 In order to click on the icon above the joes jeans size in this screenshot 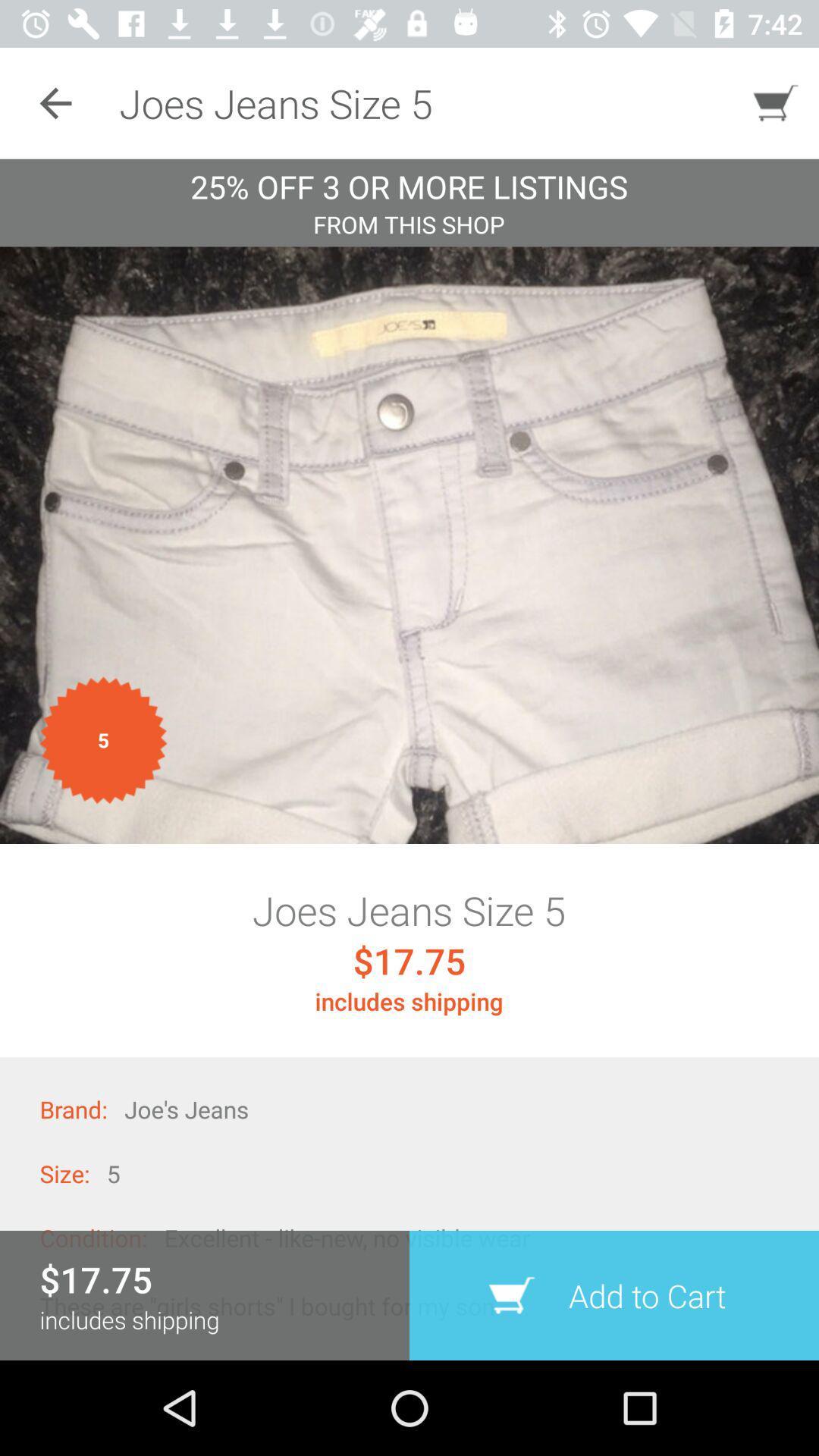, I will do `click(409, 545)`.